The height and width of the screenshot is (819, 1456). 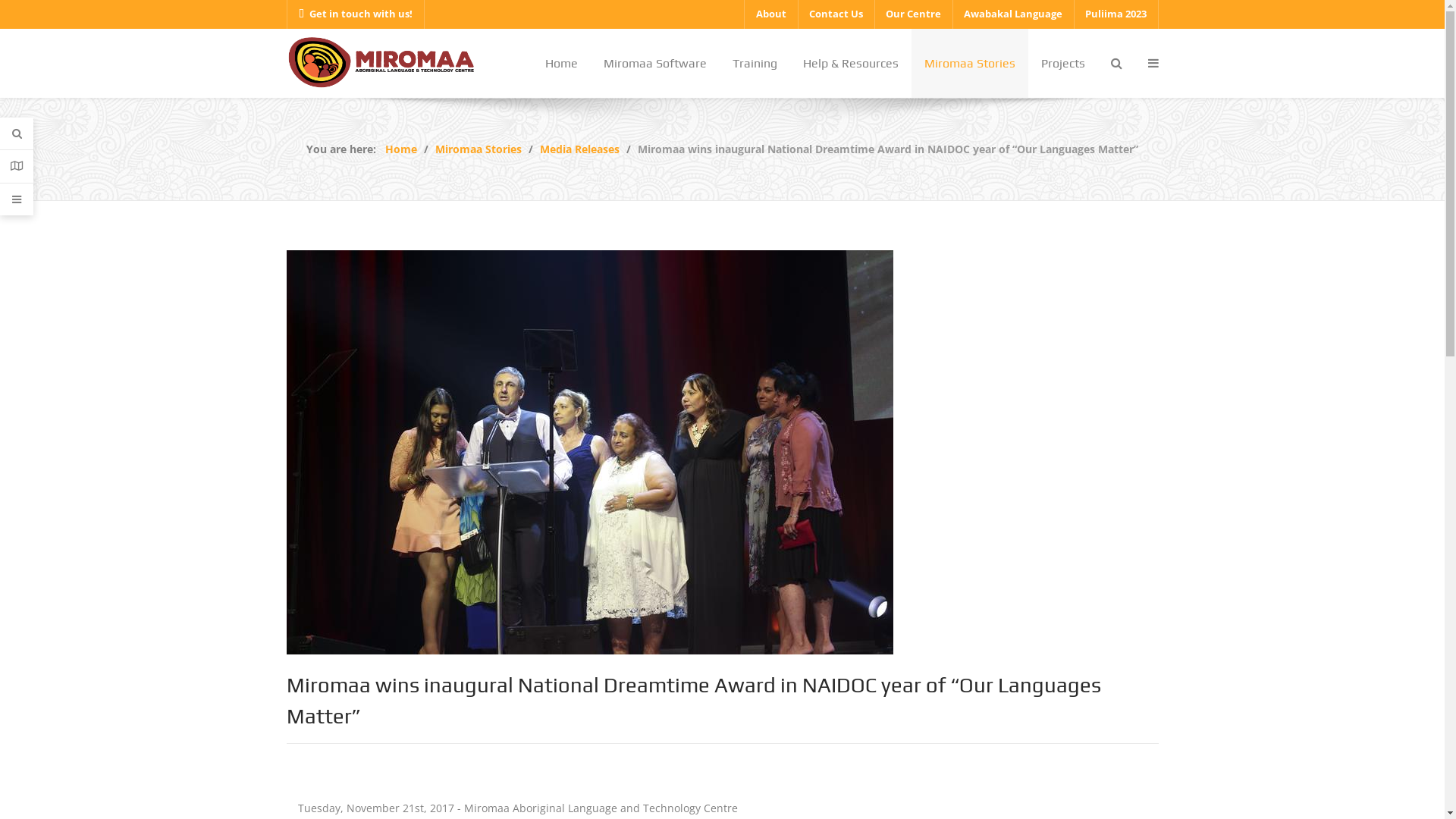 I want to click on 'Projects', so click(x=1062, y=62).